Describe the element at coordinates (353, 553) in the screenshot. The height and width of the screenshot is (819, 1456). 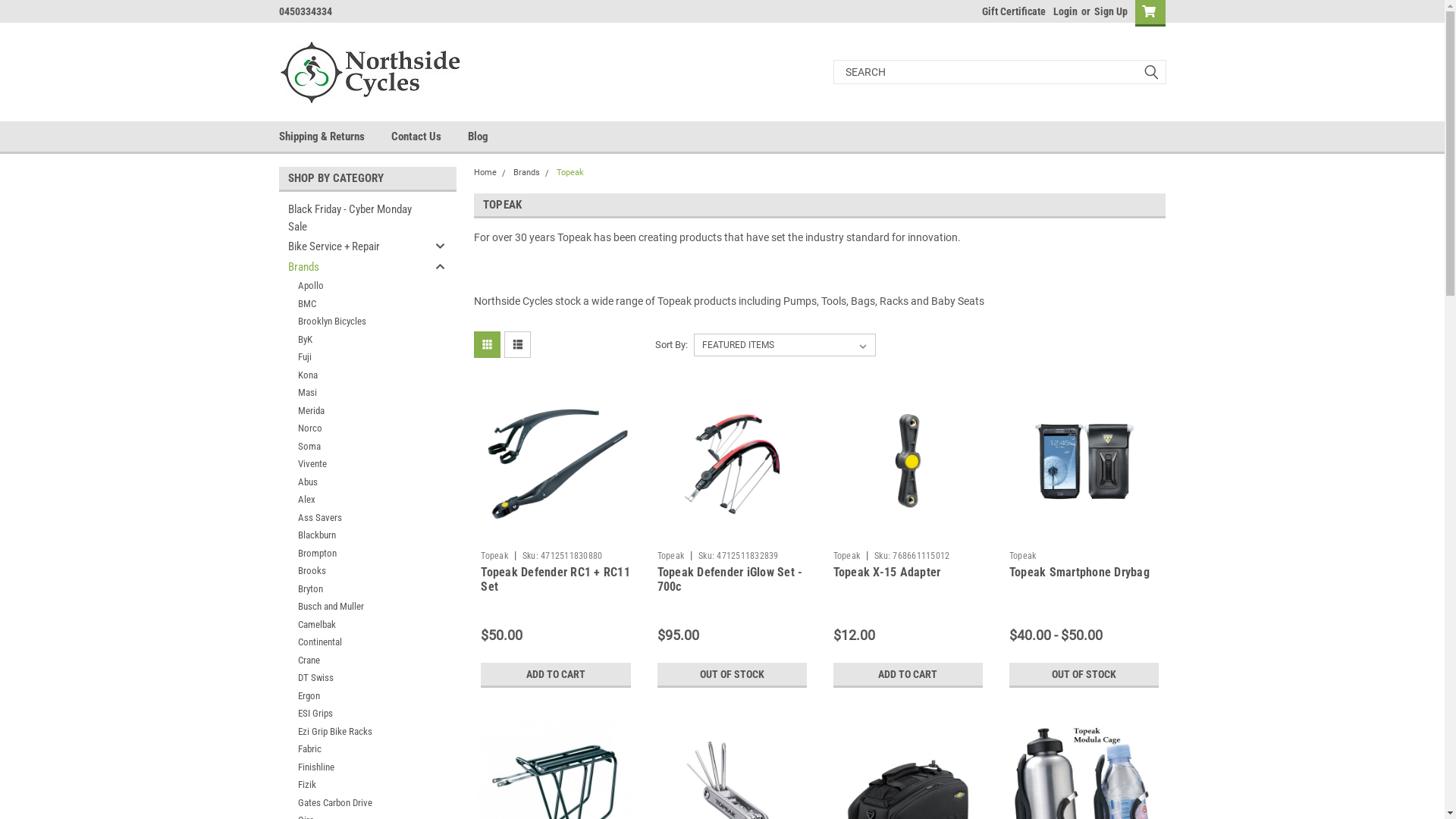
I see `'Brompton'` at that location.